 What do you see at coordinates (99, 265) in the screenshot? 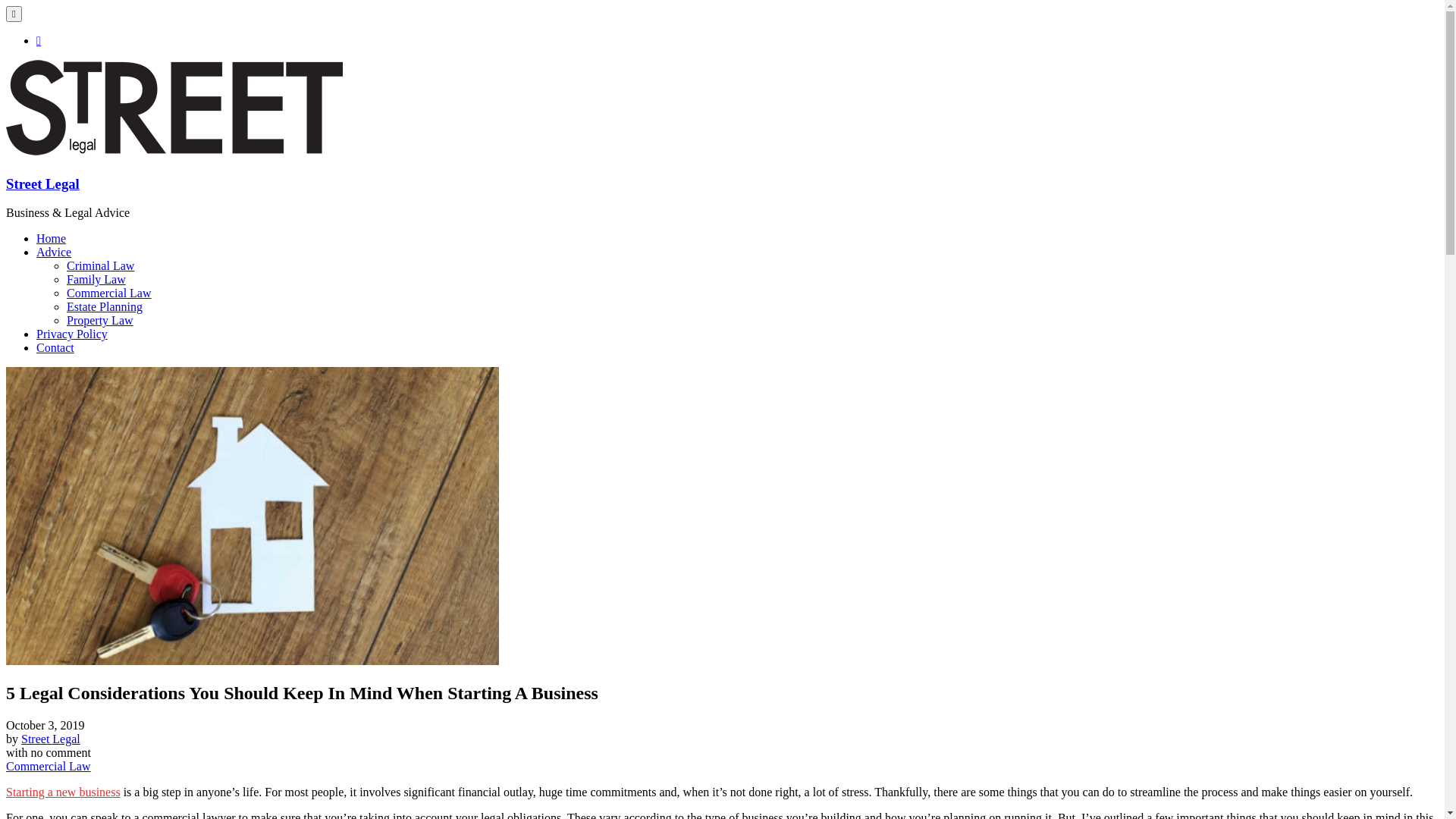
I see `'Criminal Law'` at bounding box center [99, 265].